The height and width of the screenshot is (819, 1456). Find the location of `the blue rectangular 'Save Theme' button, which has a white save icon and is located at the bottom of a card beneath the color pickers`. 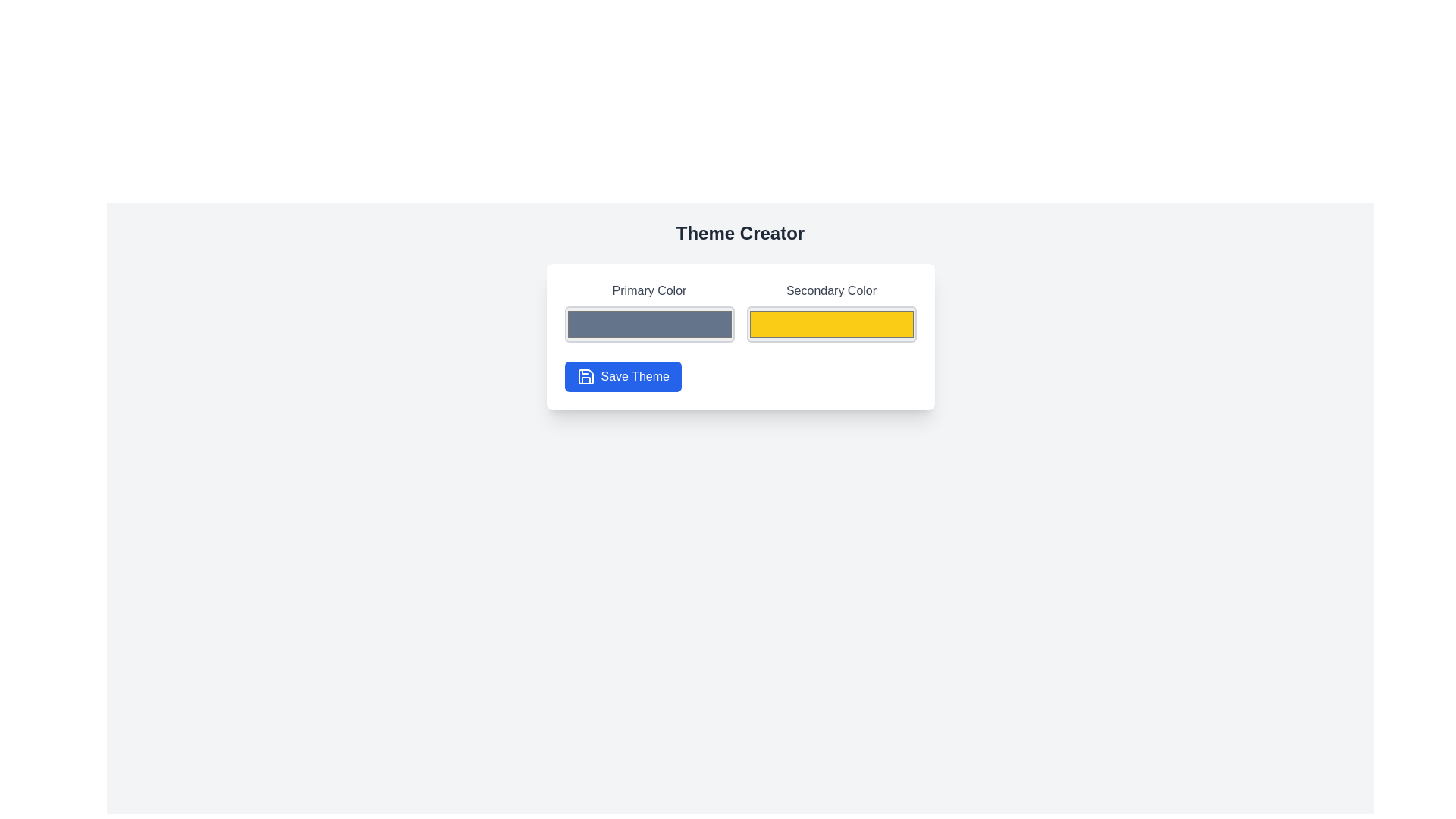

the blue rectangular 'Save Theme' button, which has a white save icon and is located at the bottom of a card beneath the color pickers is located at coordinates (623, 376).